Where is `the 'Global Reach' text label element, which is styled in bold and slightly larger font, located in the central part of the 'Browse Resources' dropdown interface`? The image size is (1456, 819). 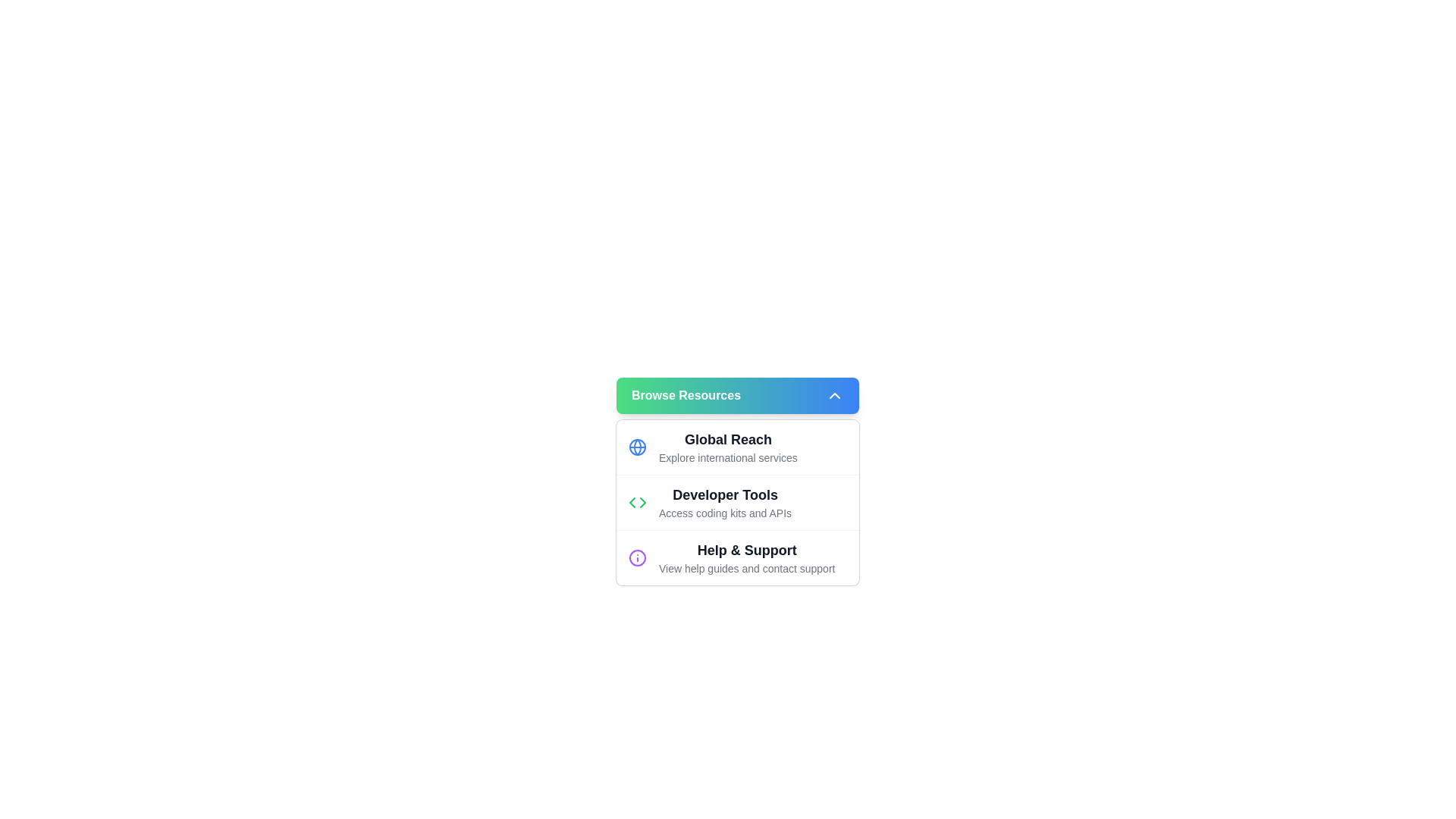 the 'Global Reach' text label element, which is styled in bold and slightly larger font, located in the central part of the 'Browse Resources' dropdown interface is located at coordinates (728, 439).